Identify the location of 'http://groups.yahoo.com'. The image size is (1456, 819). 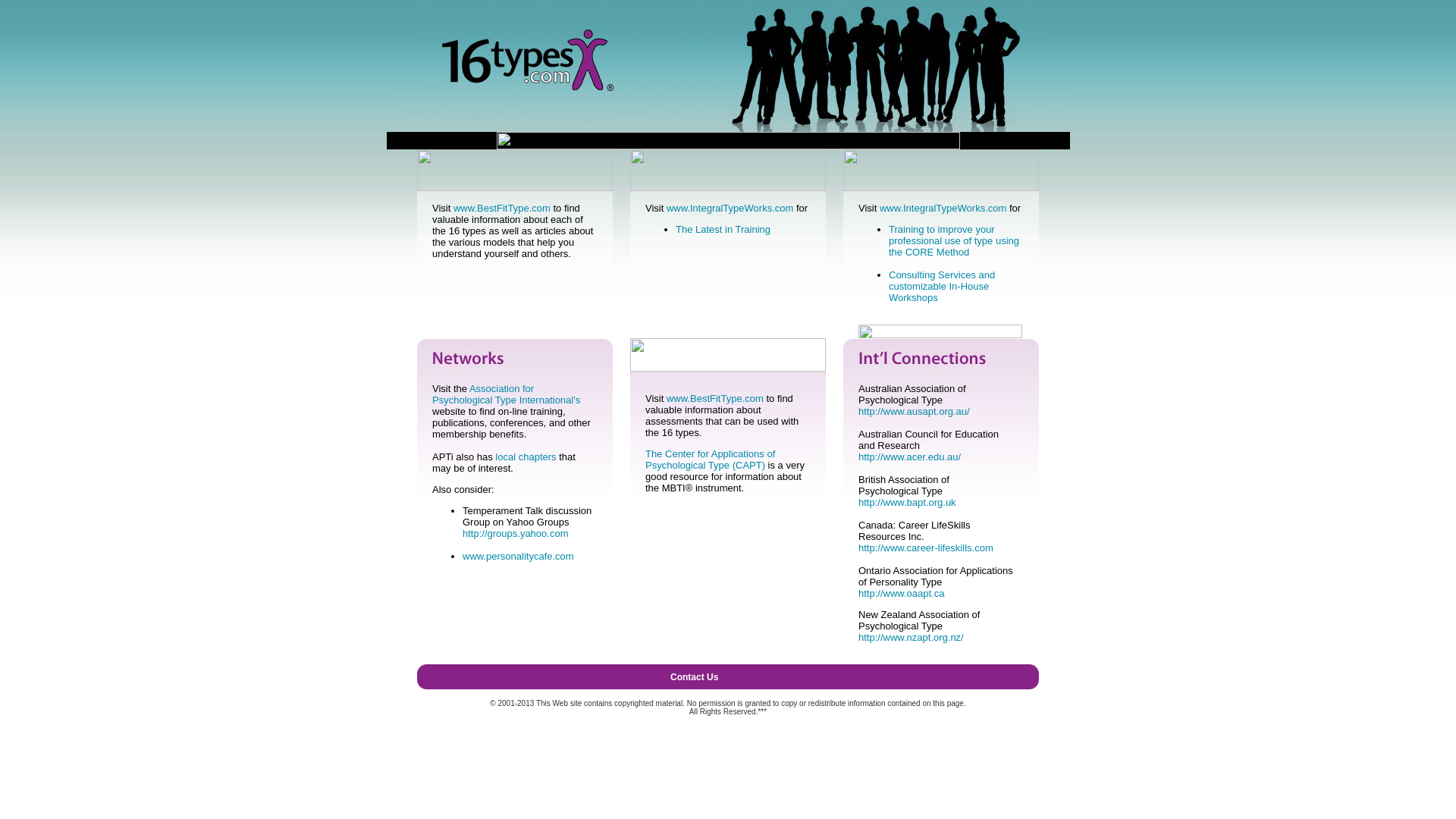
(461, 532).